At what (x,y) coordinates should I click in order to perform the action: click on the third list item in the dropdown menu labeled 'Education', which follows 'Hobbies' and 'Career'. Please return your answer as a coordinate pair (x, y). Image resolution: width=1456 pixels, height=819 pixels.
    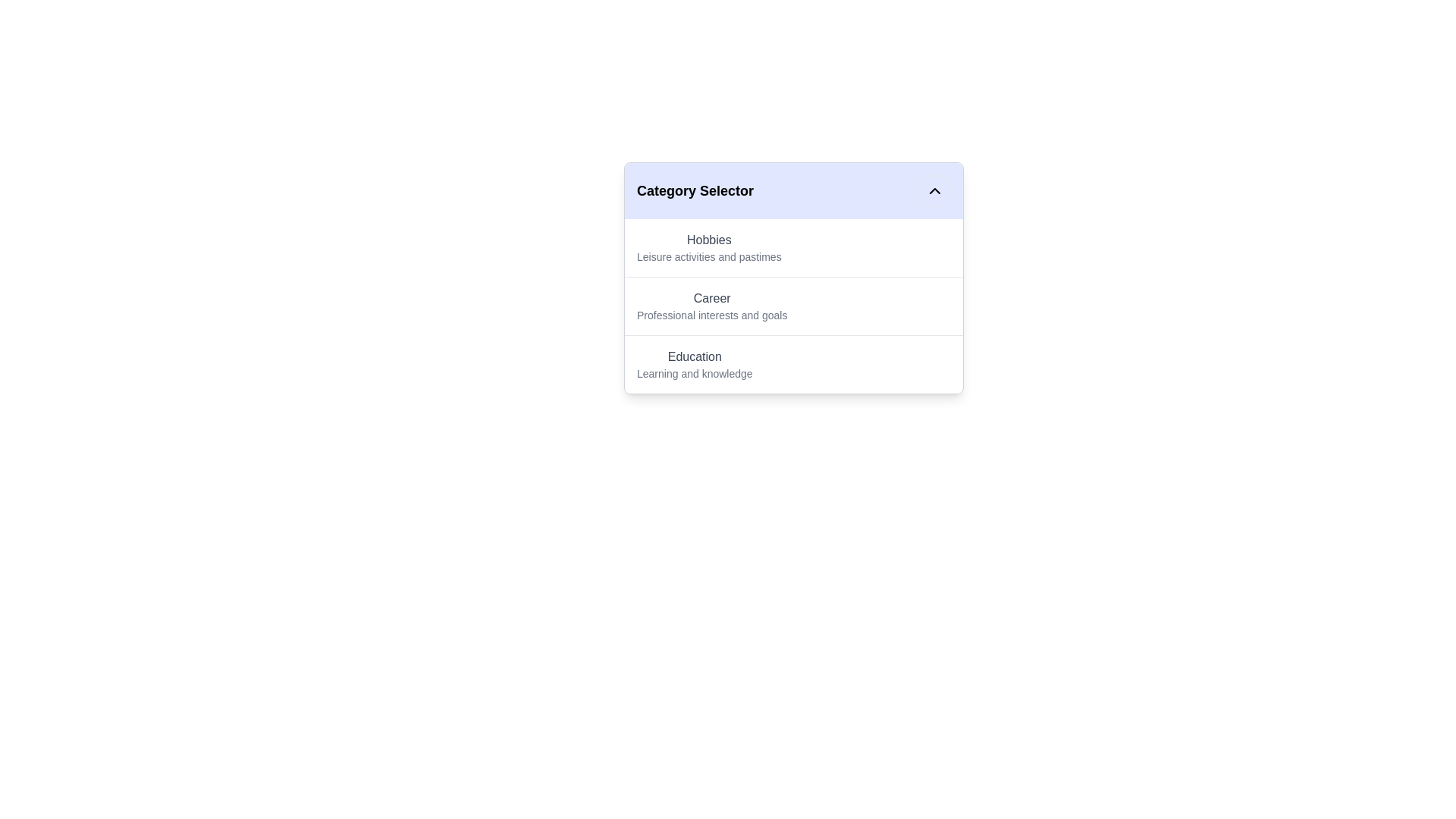
    Looking at the image, I should click on (694, 365).